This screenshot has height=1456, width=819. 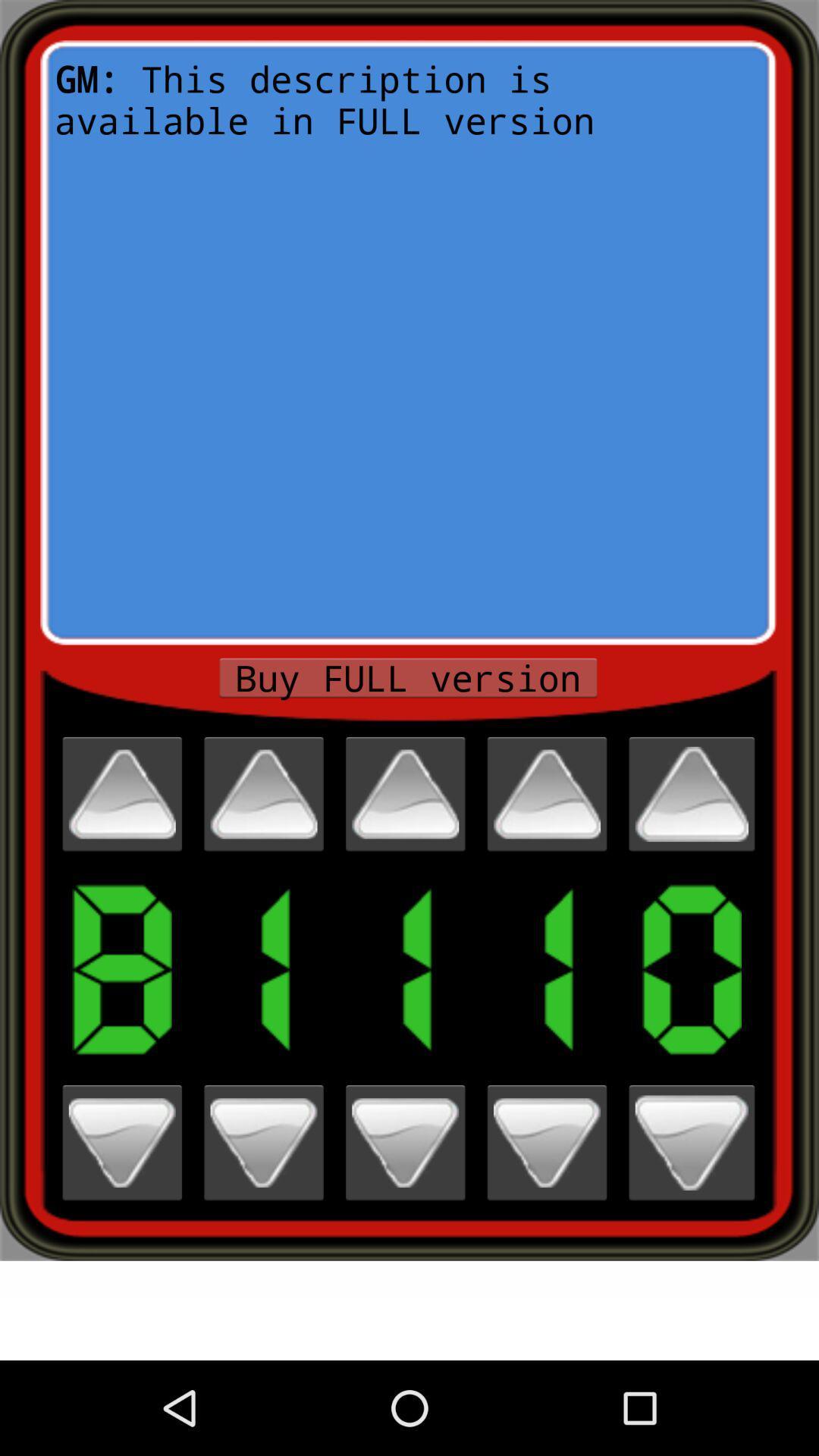 What do you see at coordinates (262, 1143) in the screenshot?
I see `scroll down one digit` at bounding box center [262, 1143].